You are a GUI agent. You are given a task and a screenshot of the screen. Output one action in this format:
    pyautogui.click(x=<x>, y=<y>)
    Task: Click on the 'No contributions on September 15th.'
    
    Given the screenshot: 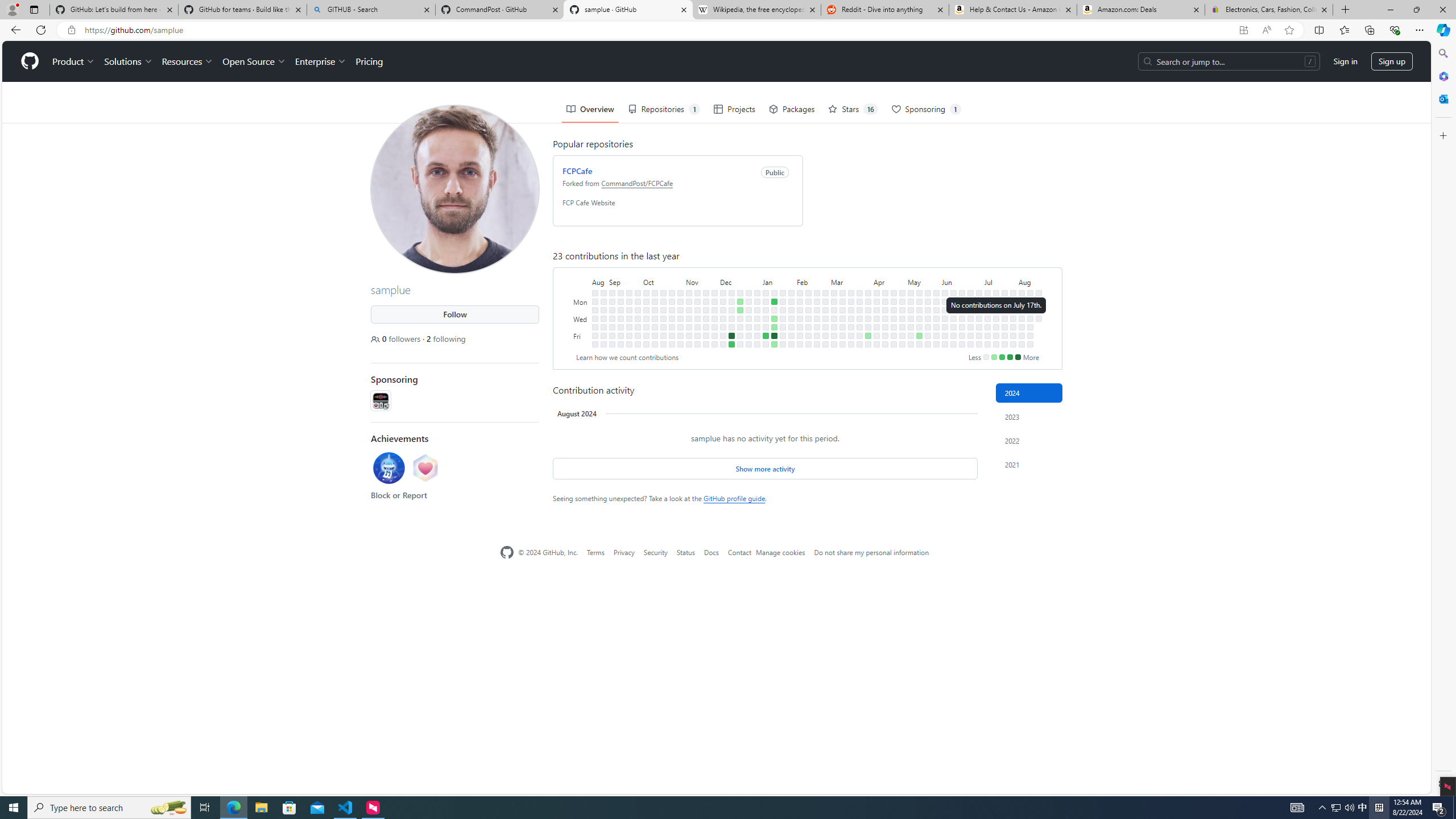 What is the action you would take?
    pyautogui.click(x=621, y=335)
    